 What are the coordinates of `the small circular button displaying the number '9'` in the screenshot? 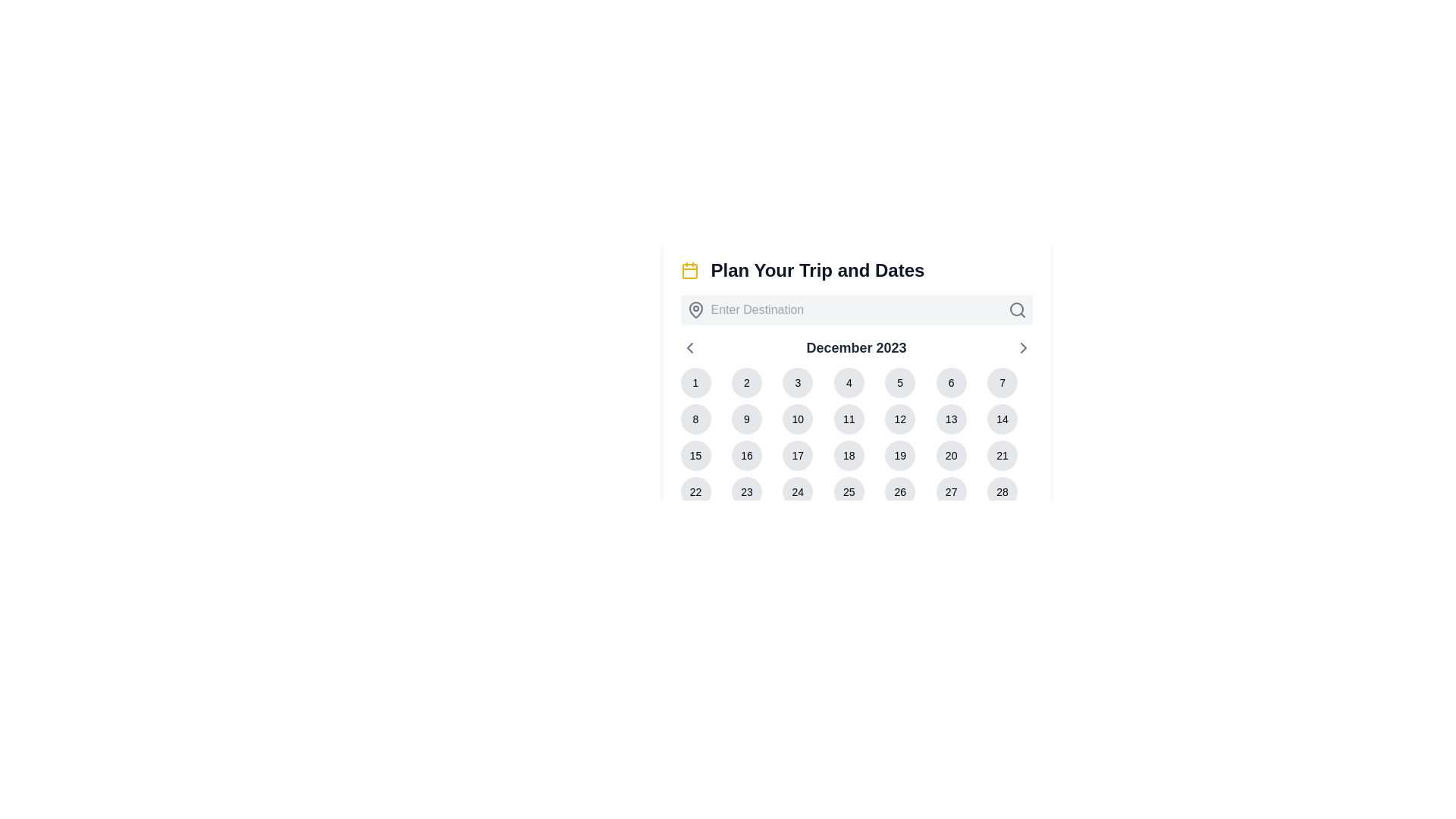 It's located at (746, 419).